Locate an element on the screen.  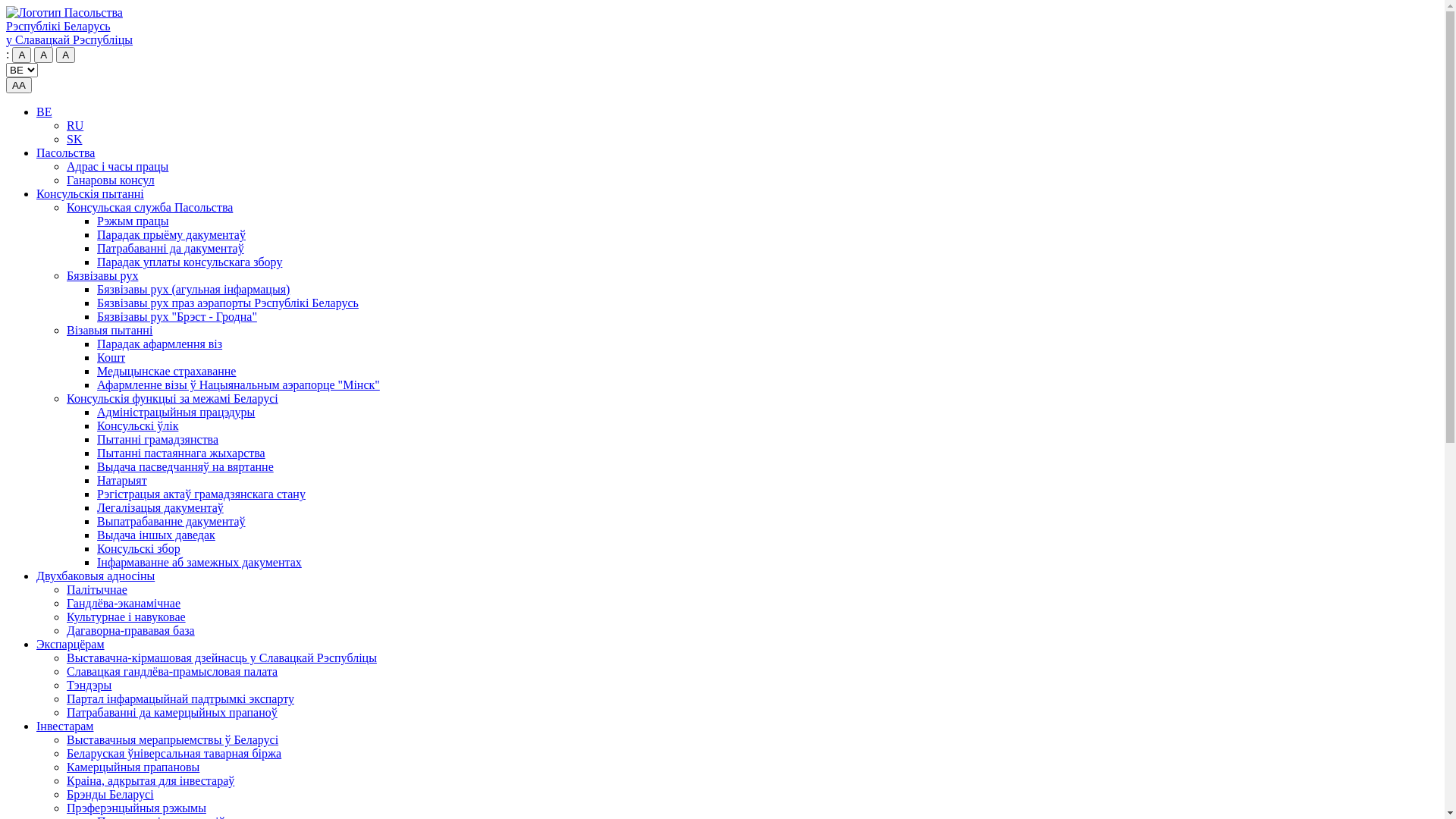
'A' is located at coordinates (64, 54).